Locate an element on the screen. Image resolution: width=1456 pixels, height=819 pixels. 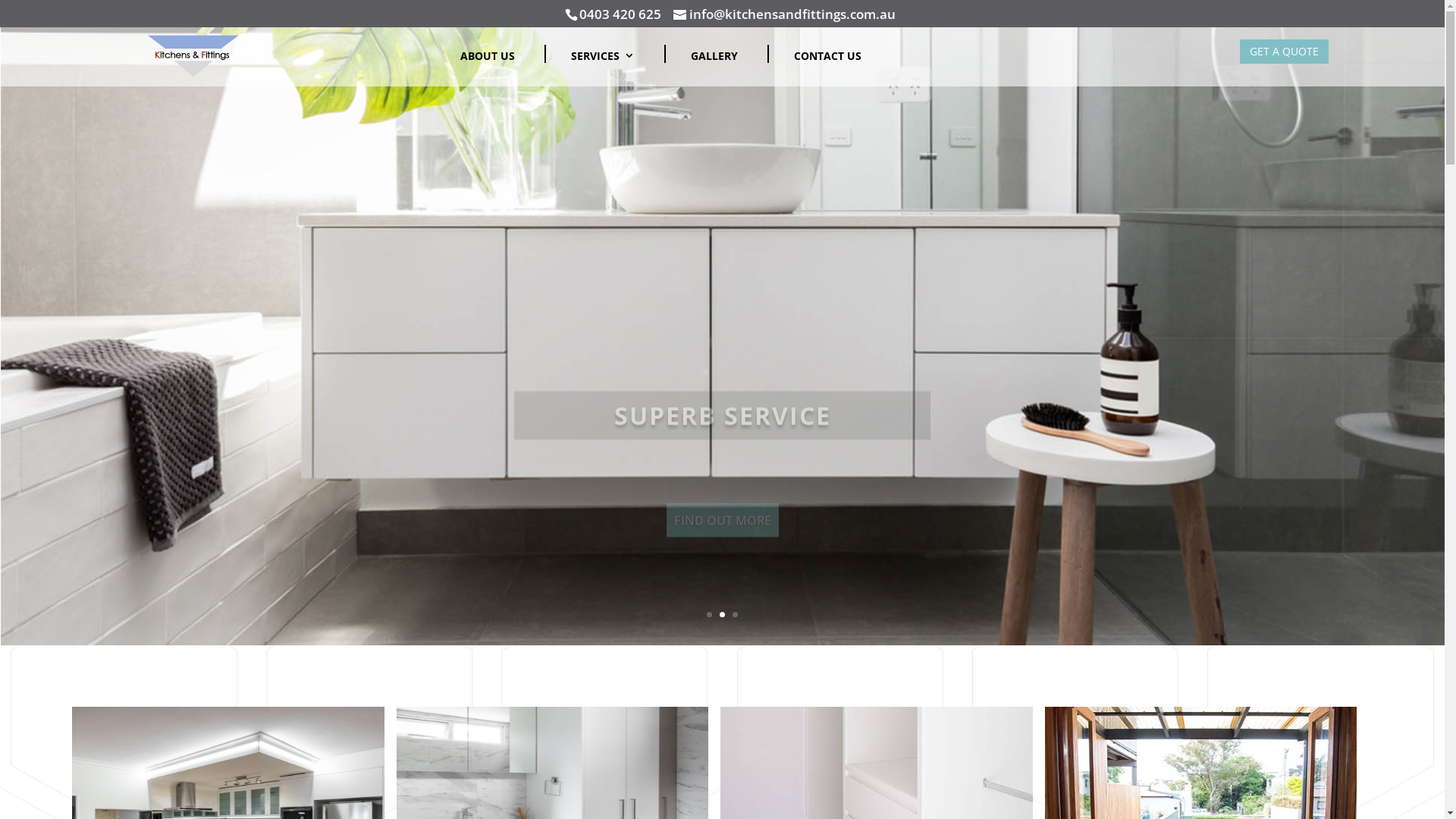
'GALLERY' is located at coordinates (690, 67).